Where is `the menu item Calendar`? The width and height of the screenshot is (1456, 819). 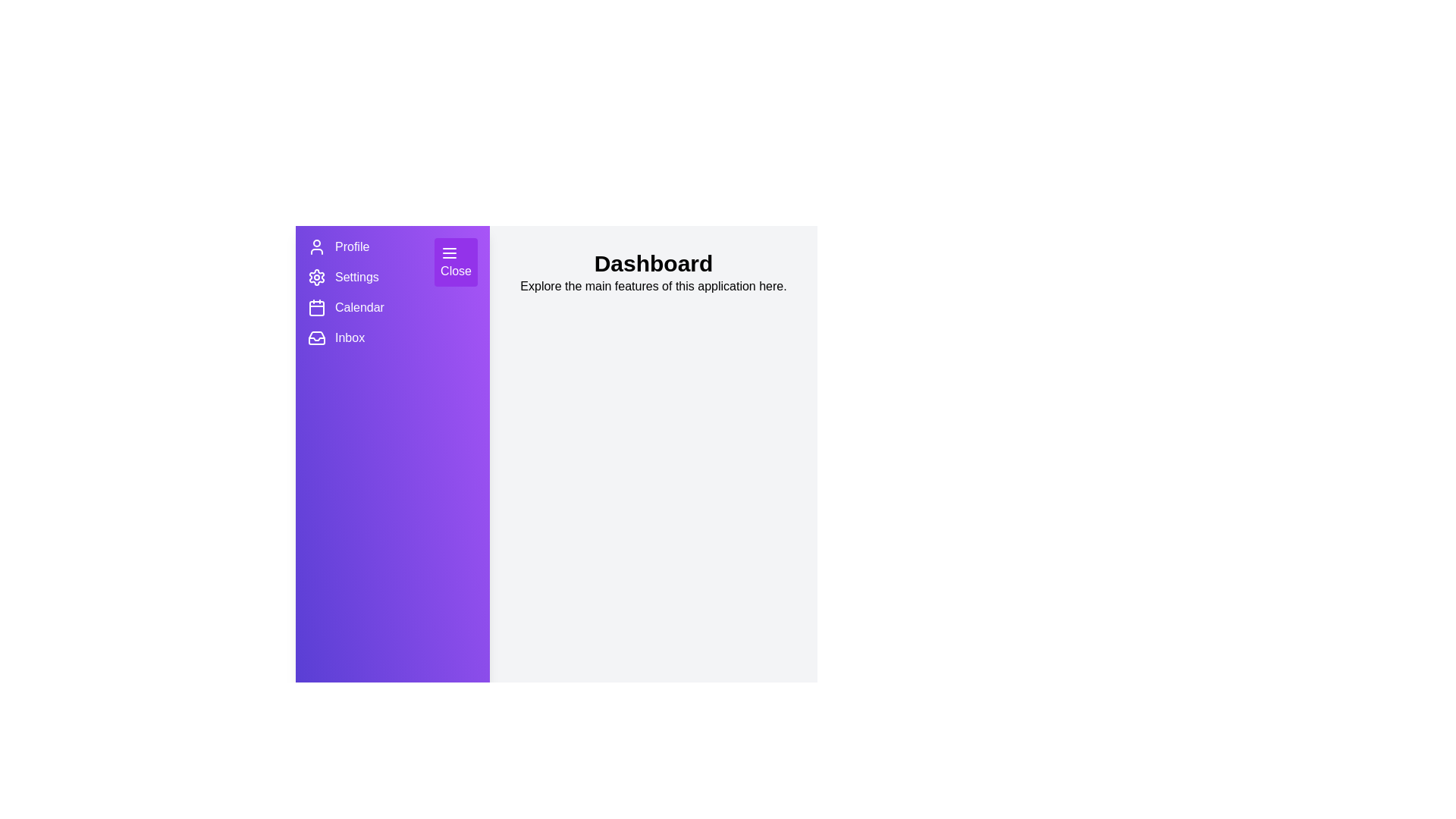 the menu item Calendar is located at coordinates (315, 307).